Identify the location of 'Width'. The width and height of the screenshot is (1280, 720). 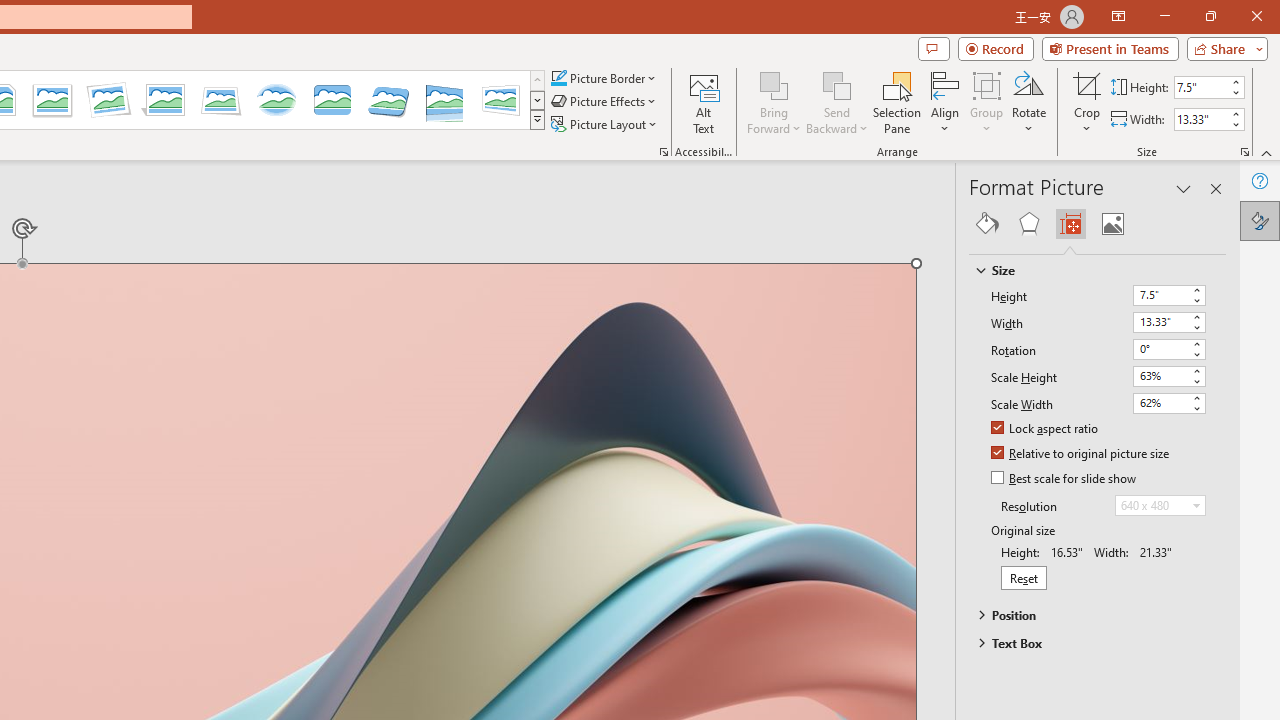
(1169, 321).